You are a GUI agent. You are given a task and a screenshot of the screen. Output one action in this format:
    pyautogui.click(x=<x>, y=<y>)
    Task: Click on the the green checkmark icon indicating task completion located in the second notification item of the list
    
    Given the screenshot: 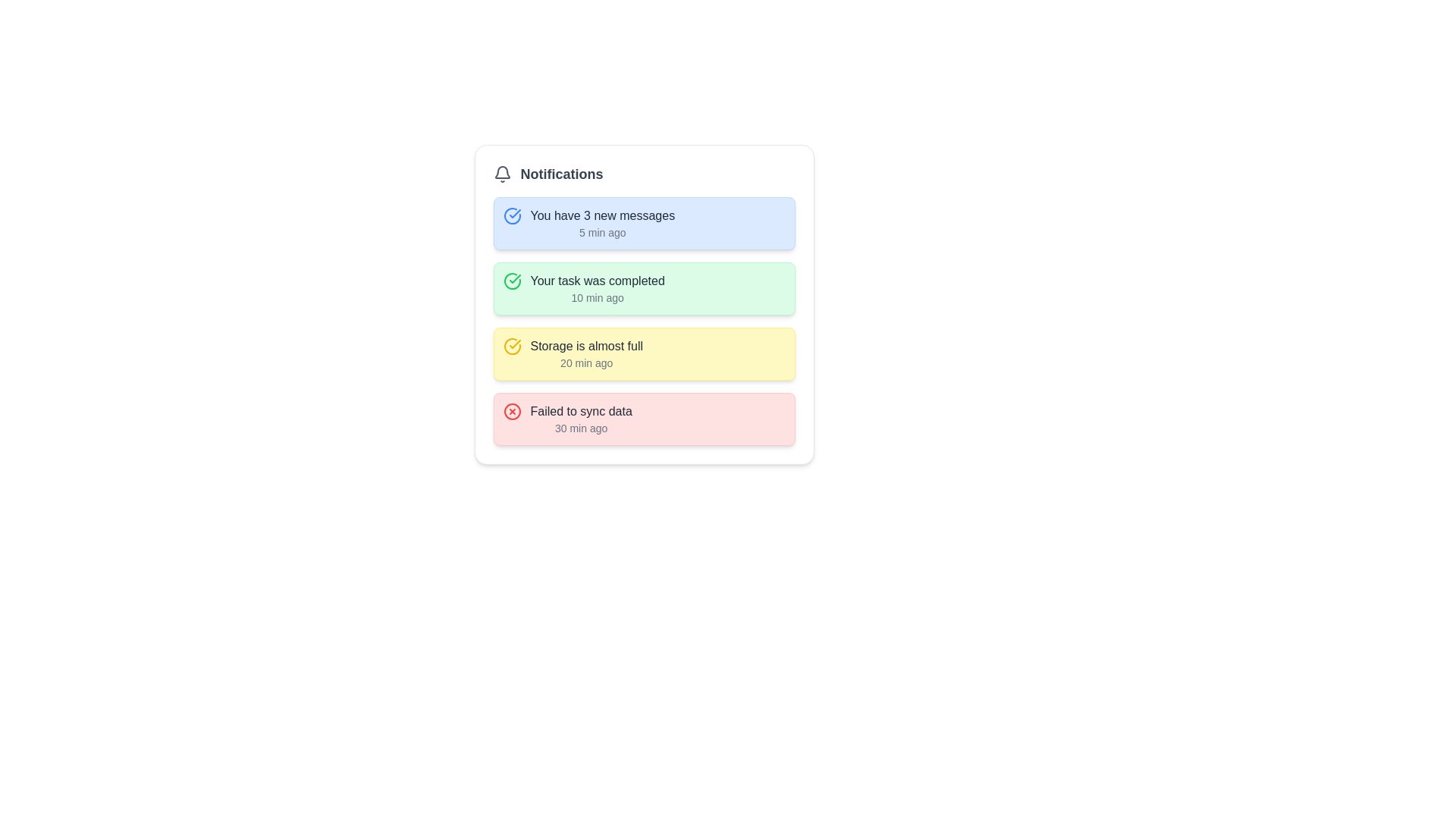 What is the action you would take?
    pyautogui.click(x=514, y=278)
    